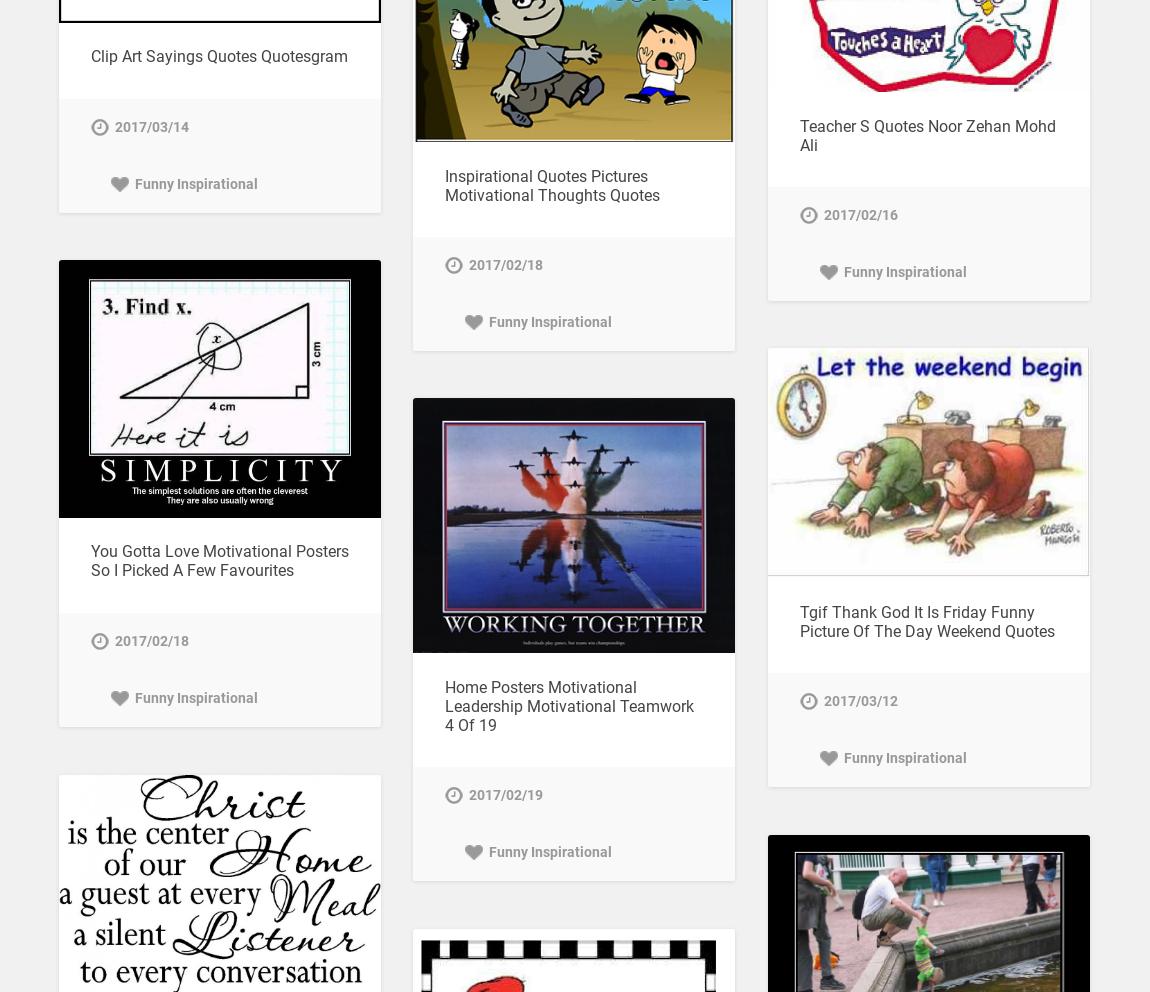  Describe the element at coordinates (112, 126) in the screenshot. I see `'2017/03/14'` at that location.